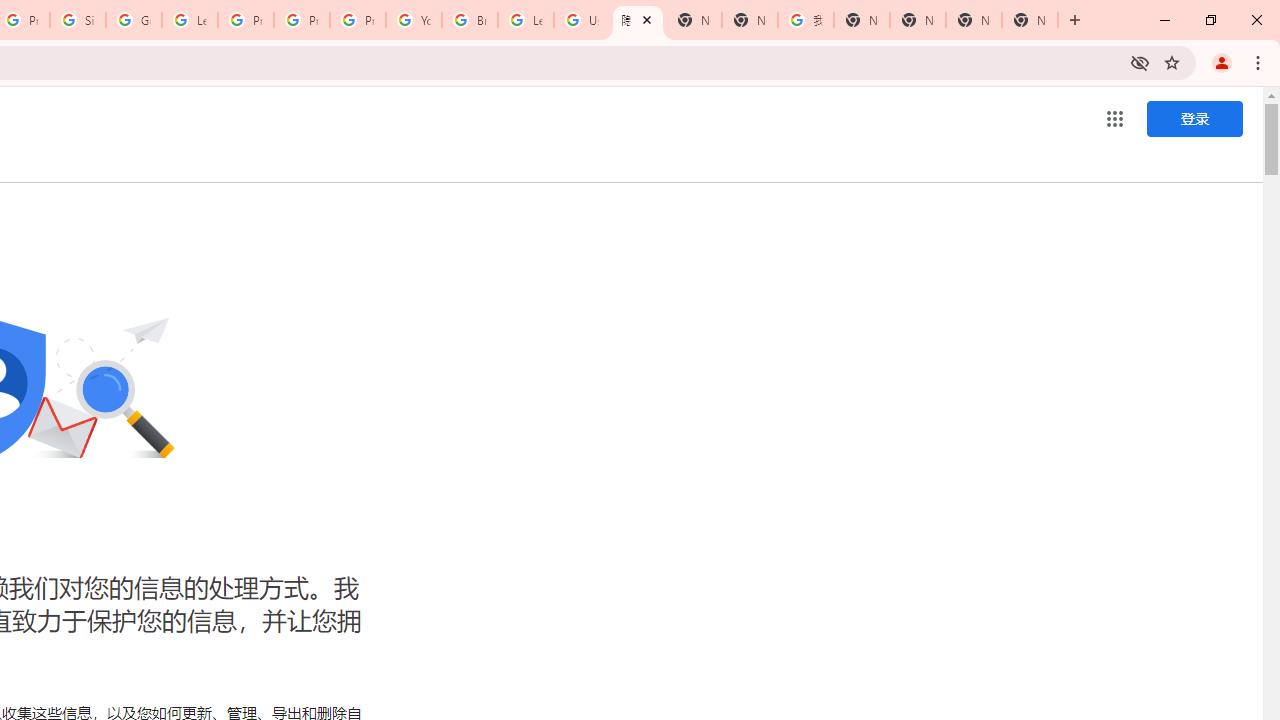 The width and height of the screenshot is (1280, 720). I want to click on 'YouTube', so click(413, 20).